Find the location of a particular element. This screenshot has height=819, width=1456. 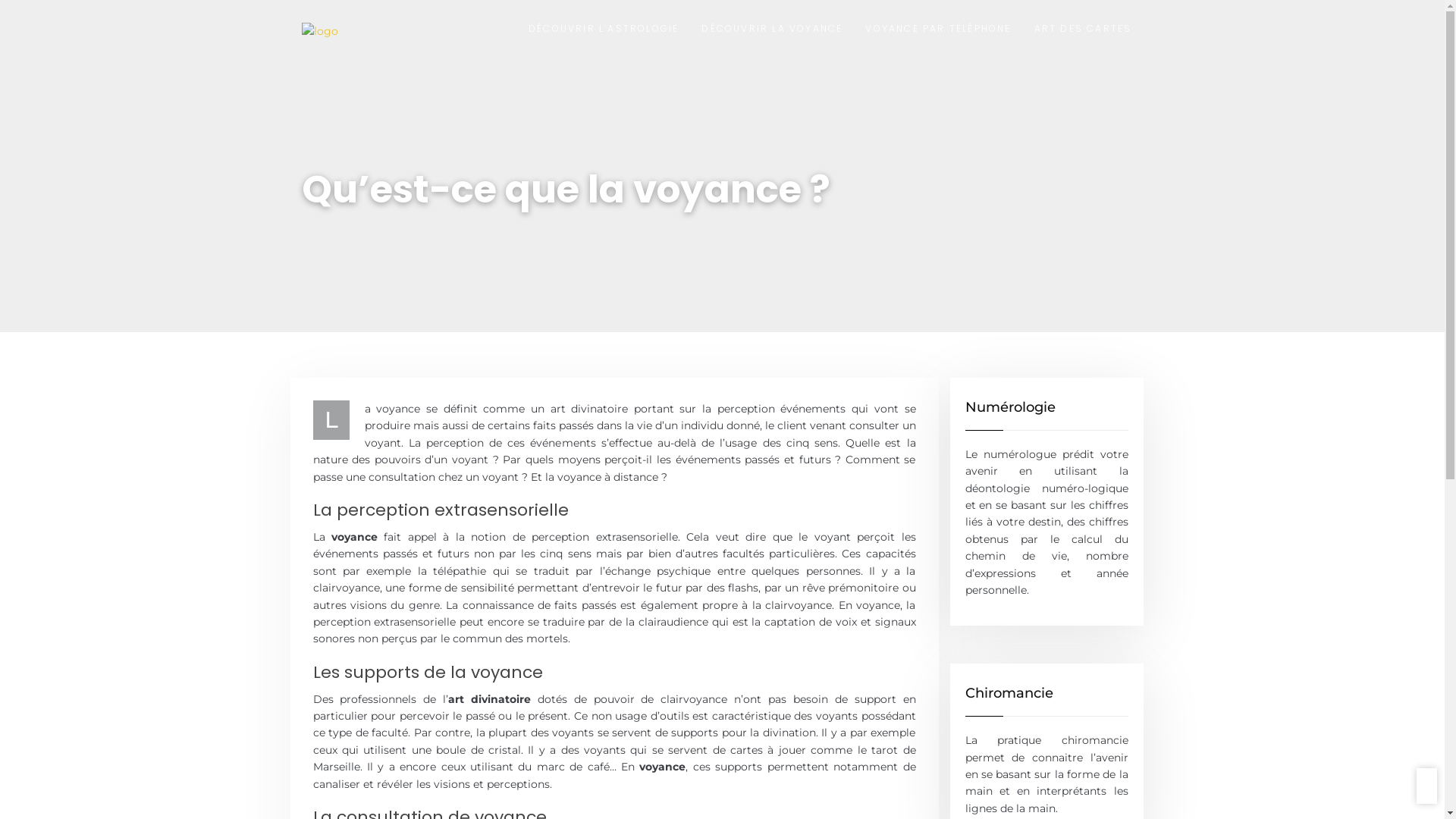

'ART DES CARTES' is located at coordinates (1082, 30).